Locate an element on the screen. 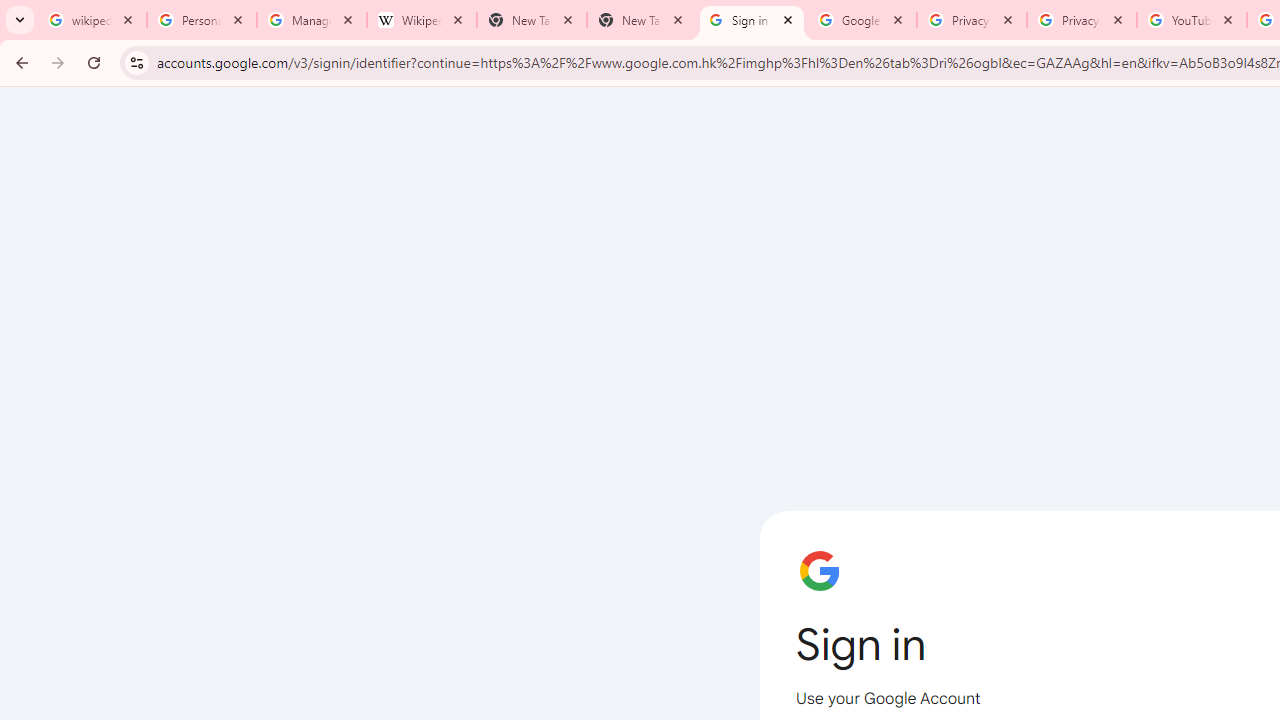 The width and height of the screenshot is (1280, 720). 'Personalization & Google Search results - Google Search Help' is located at coordinates (202, 20).